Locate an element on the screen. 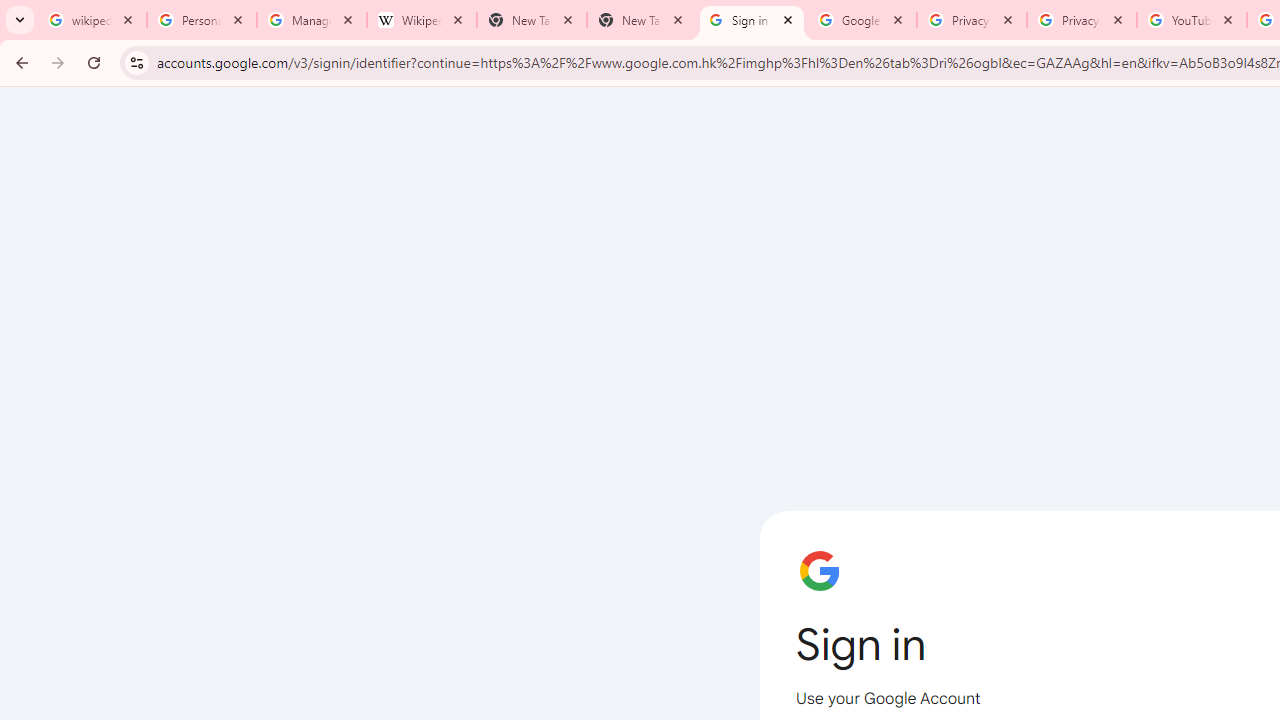 The width and height of the screenshot is (1280, 720). 'Personalization & Google Search results - Google Search Help' is located at coordinates (202, 20).